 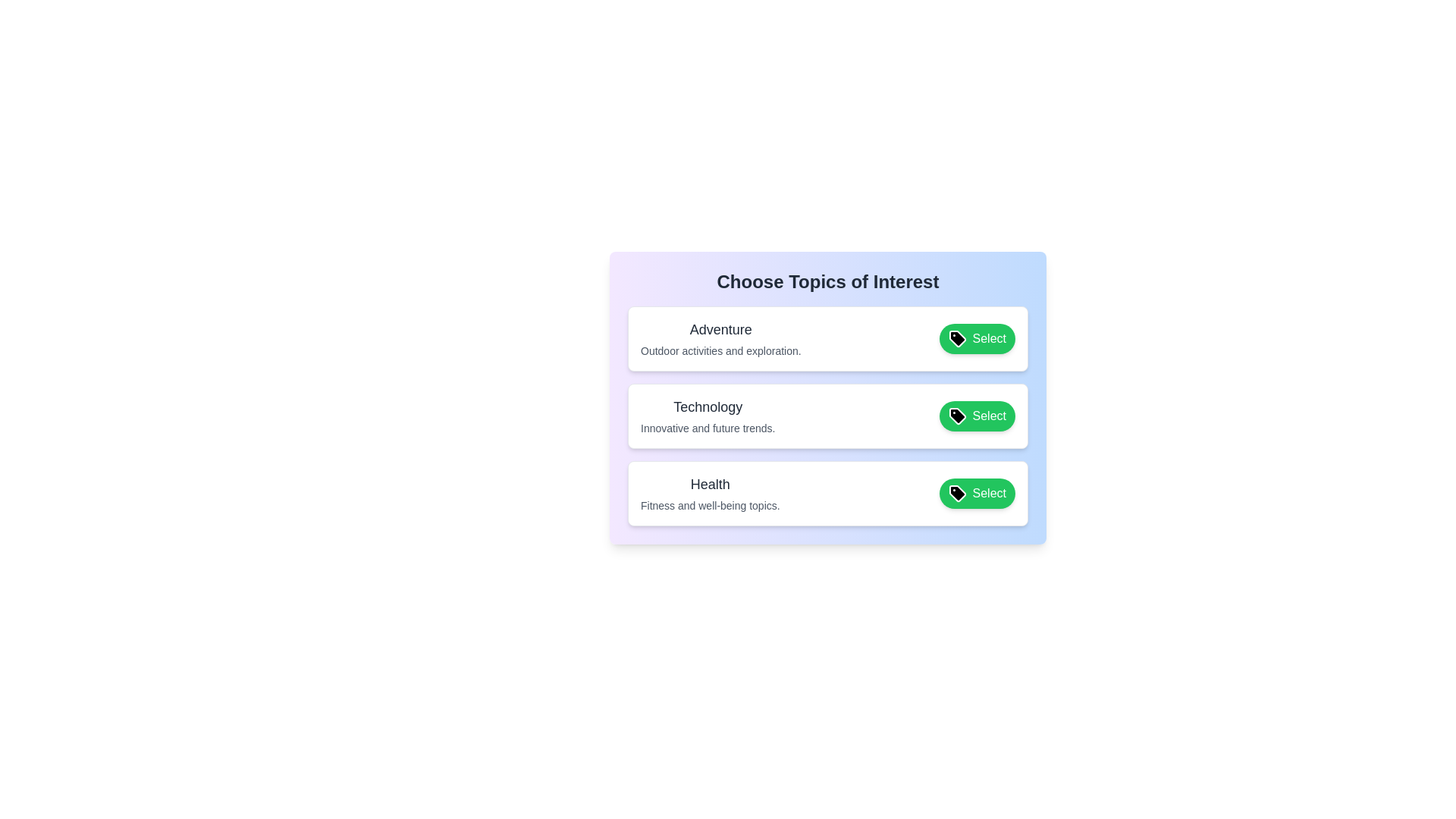 What do you see at coordinates (709, 485) in the screenshot?
I see `the tag label text for Health` at bounding box center [709, 485].